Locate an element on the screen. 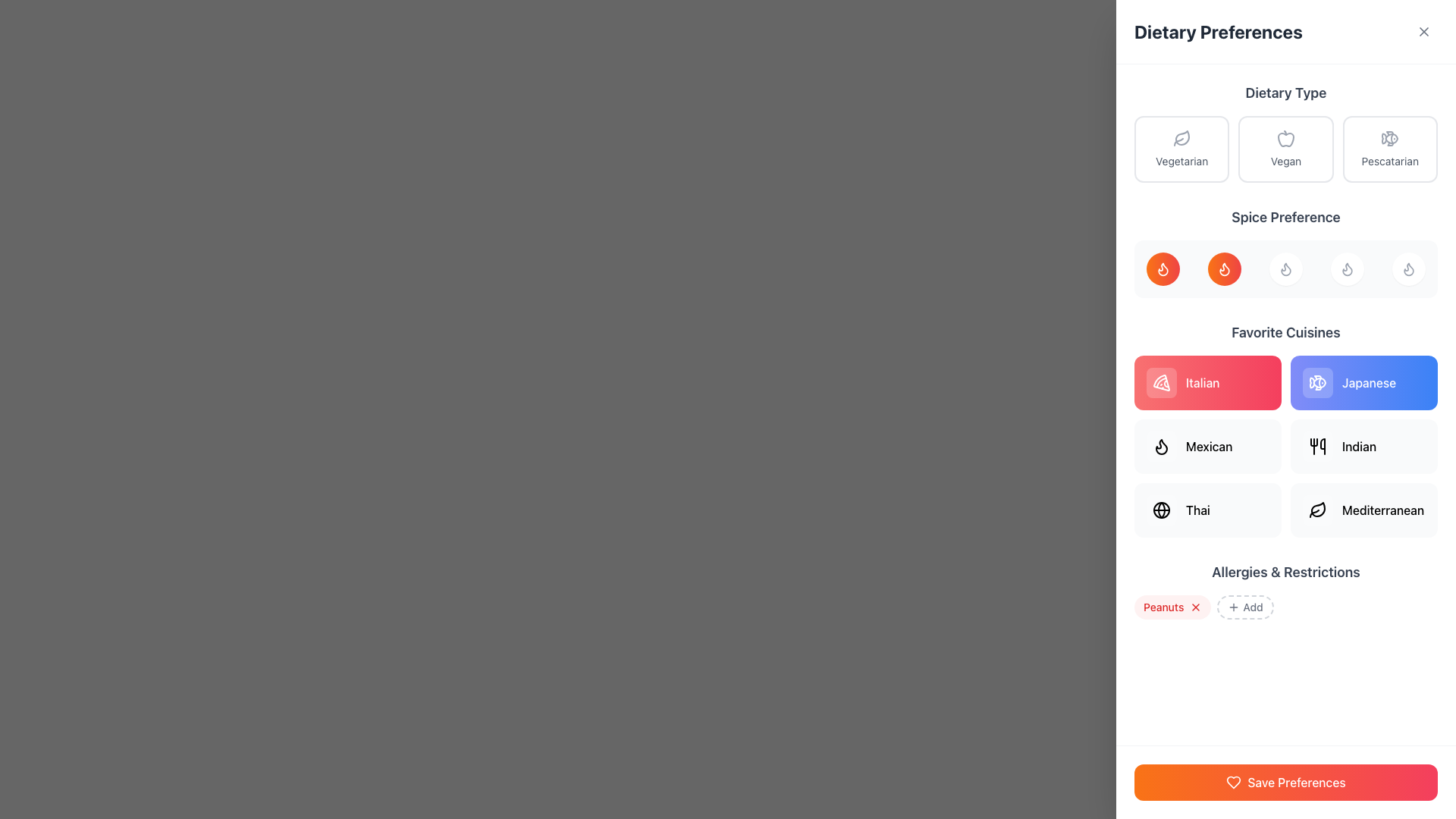 The image size is (1456, 819). the spice preference icon located in the 'Spice Preference' section under the 'Dietary Preferences' tab is located at coordinates (1407, 268).